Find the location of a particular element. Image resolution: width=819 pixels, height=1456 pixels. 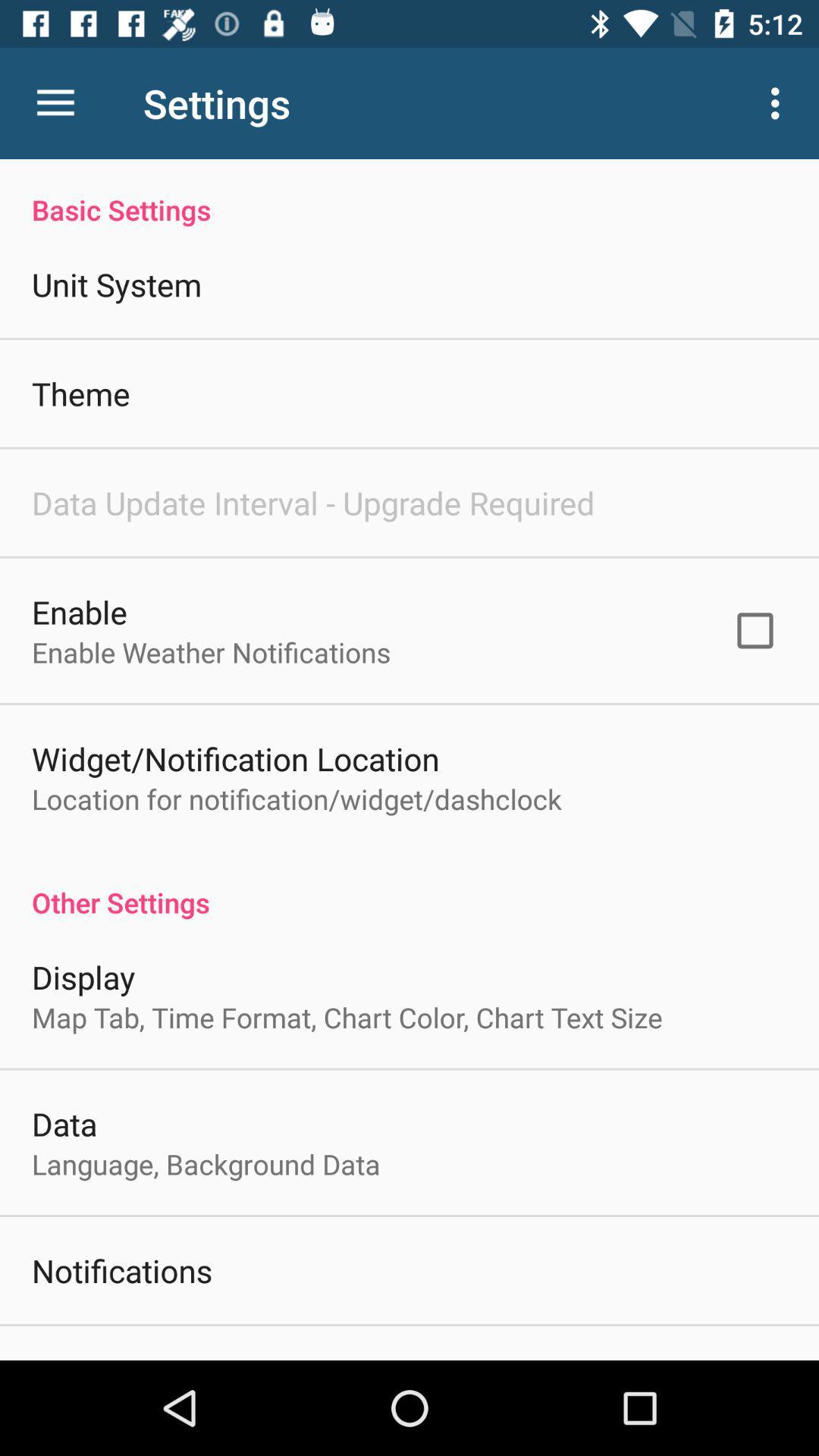

item to the right of the enable weather notifications icon is located at coordinates (755, 630).